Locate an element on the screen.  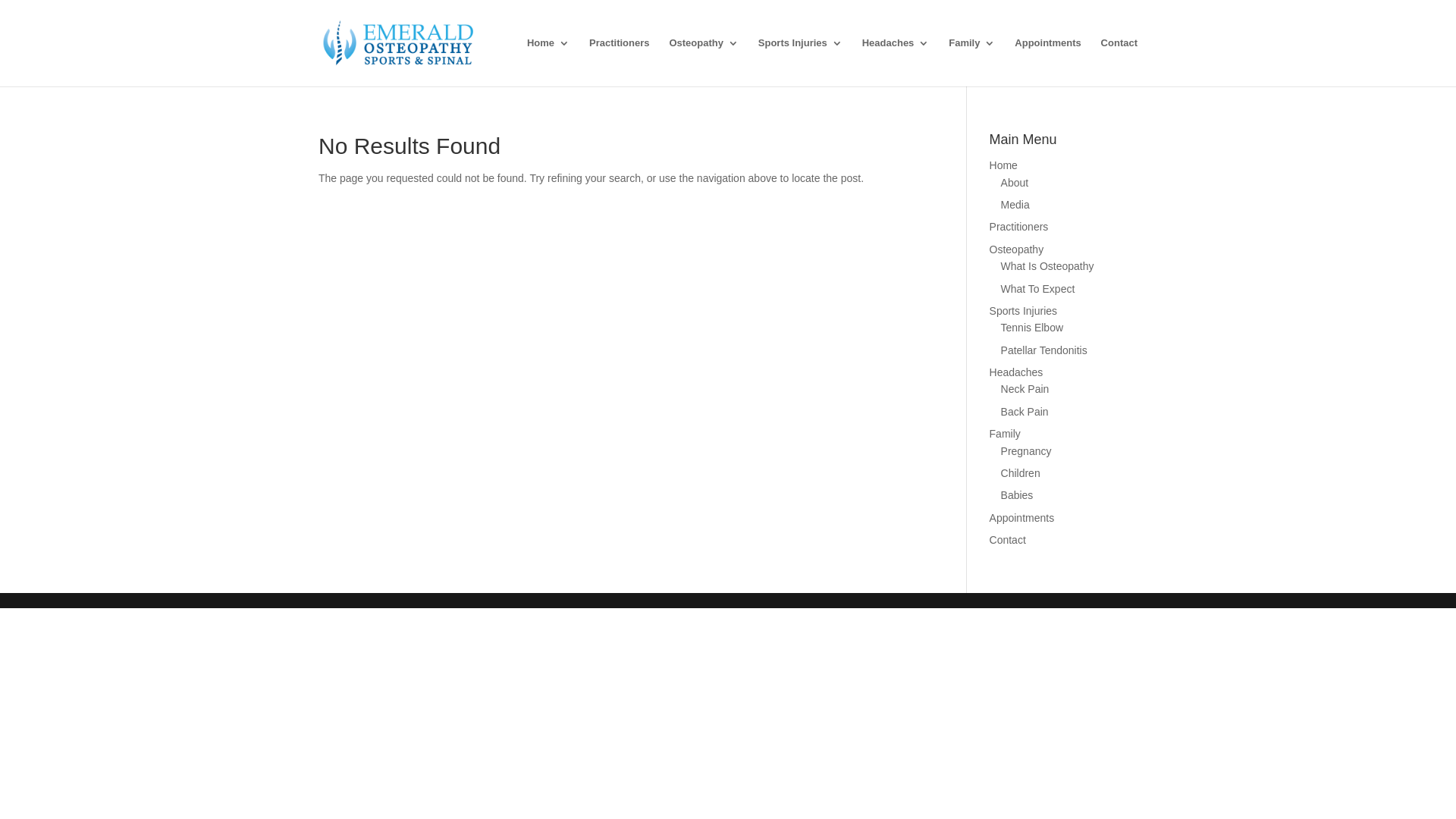
'Headaches' is located at coordinates (990, 372).